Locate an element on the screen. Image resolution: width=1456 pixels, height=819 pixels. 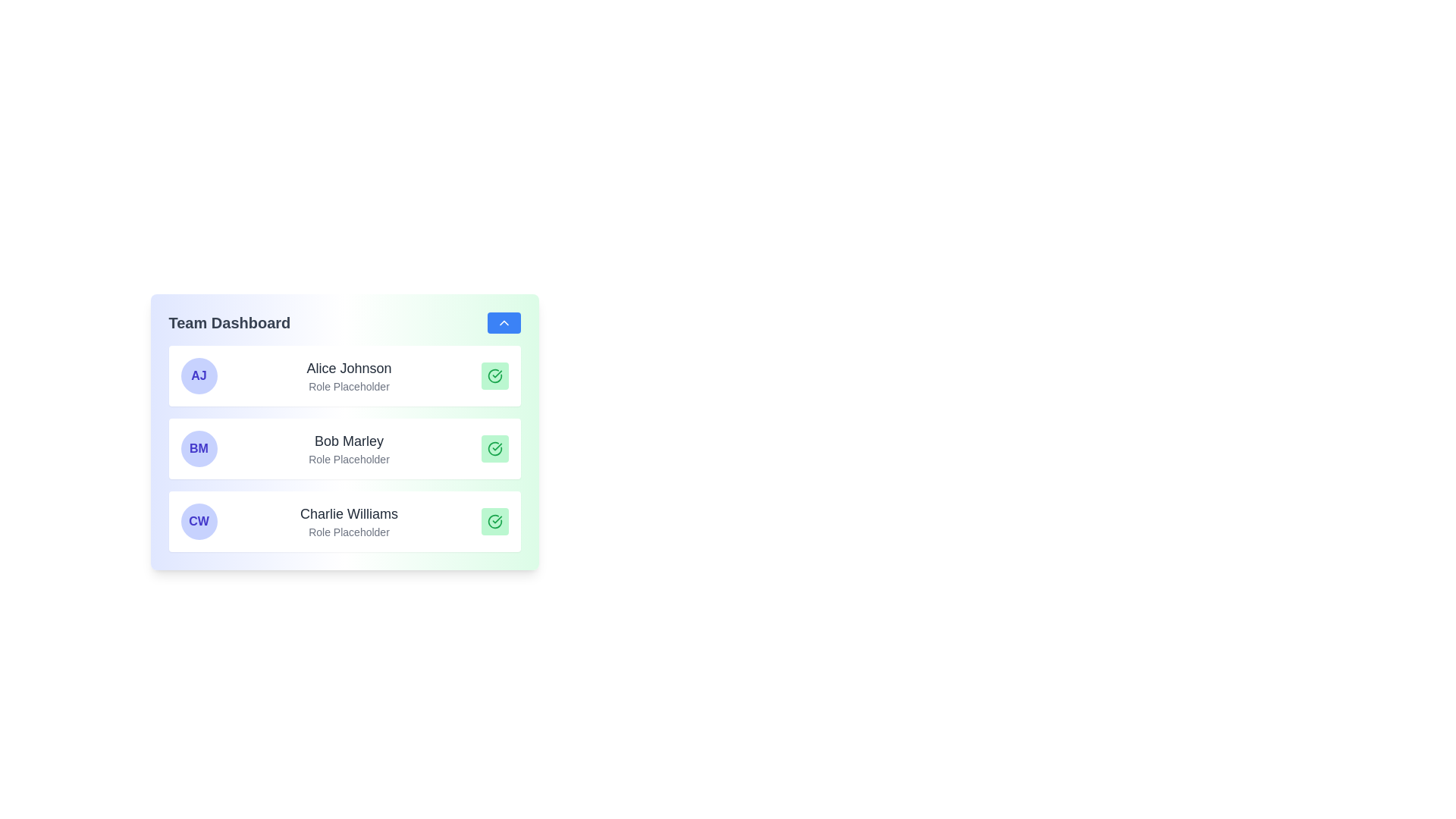
Text Label displaying 'Role Placeholder' that is centrally located below 'Alice Johnson' in the first list item of the 'Team Dashboard' component is located at coordinates (348, 385).